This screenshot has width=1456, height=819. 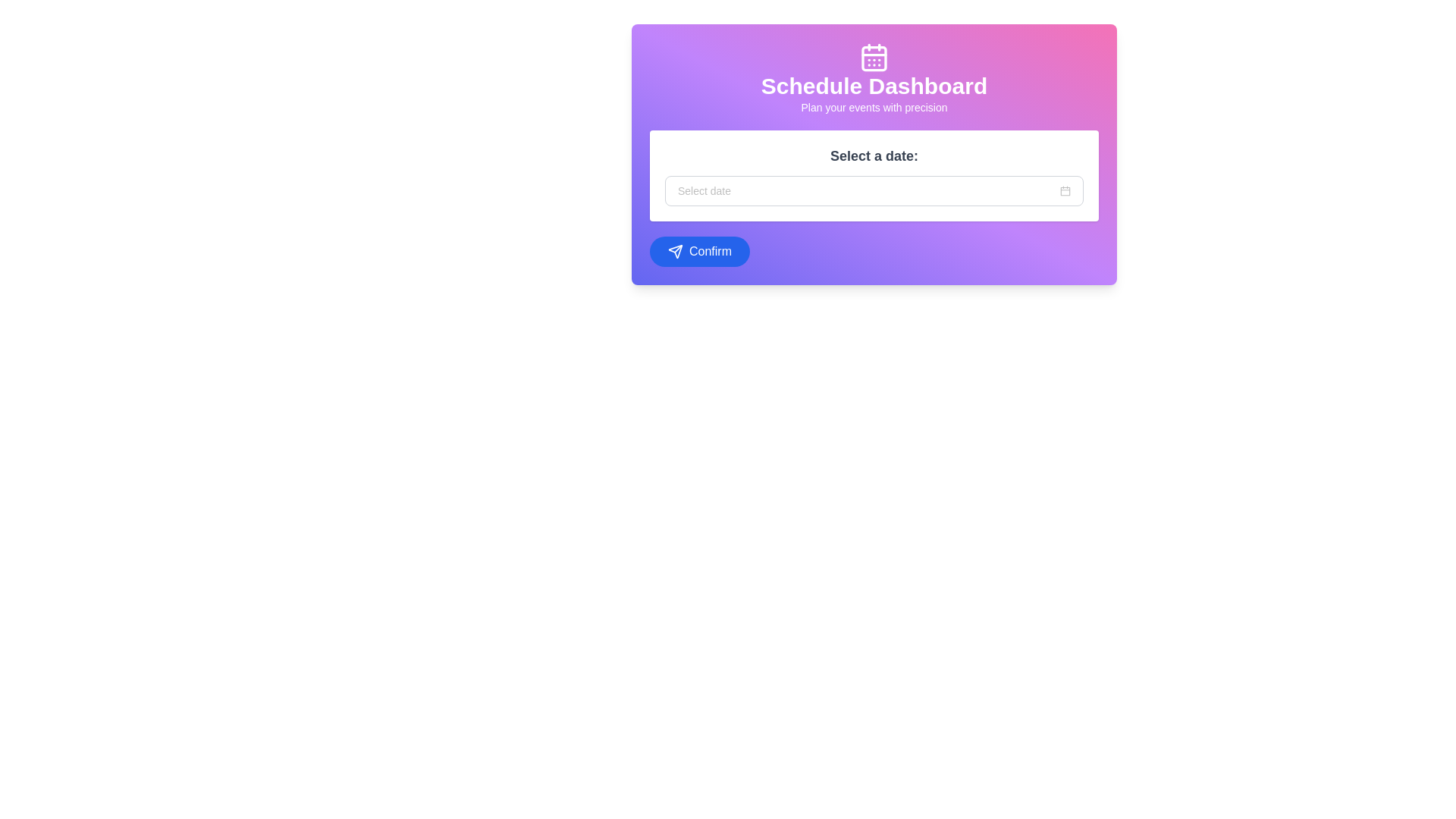 What do you see at coordinates (874, 174) in the screenshot?
I see `the date-picker input field located in the main panel of the 'Schedule Dashboard'` at bounding box center [874, 174].